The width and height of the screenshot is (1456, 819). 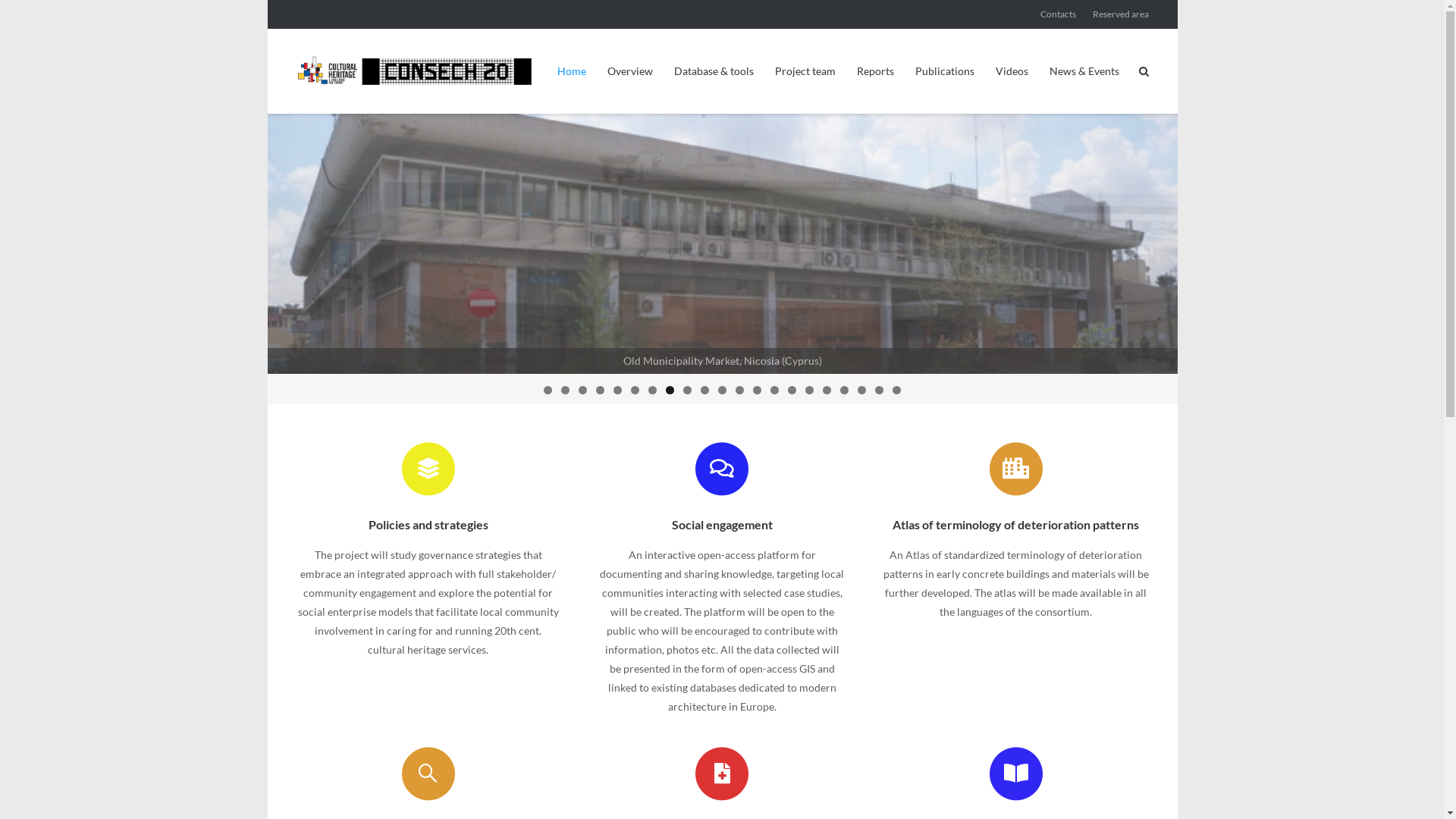 I want to click on '7', so click(x=652, y=389).